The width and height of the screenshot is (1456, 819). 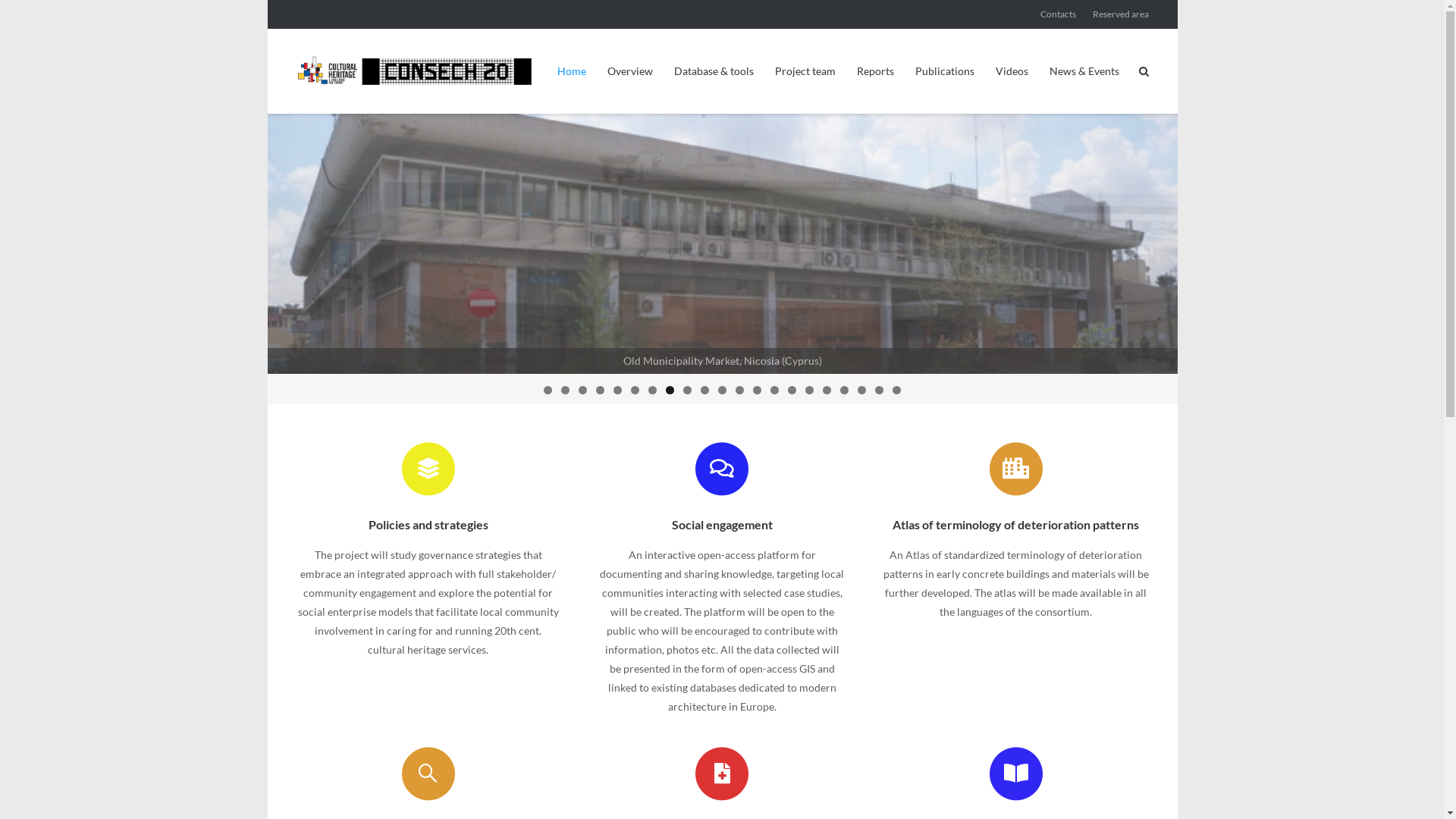 I want to click on '7', so click(x=652, y=389).